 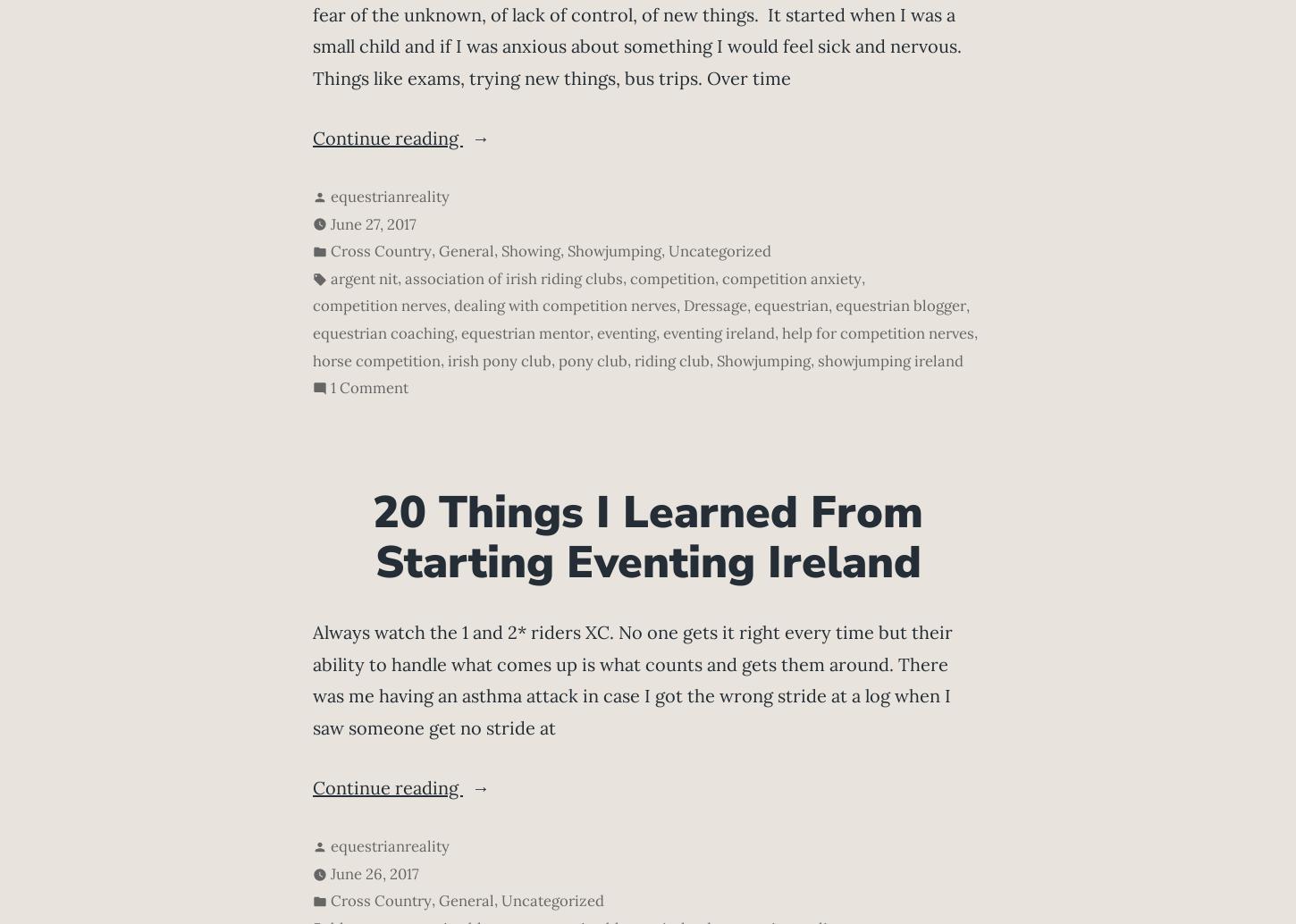 I want to click on 'riding club', so click(x=634, y=358).